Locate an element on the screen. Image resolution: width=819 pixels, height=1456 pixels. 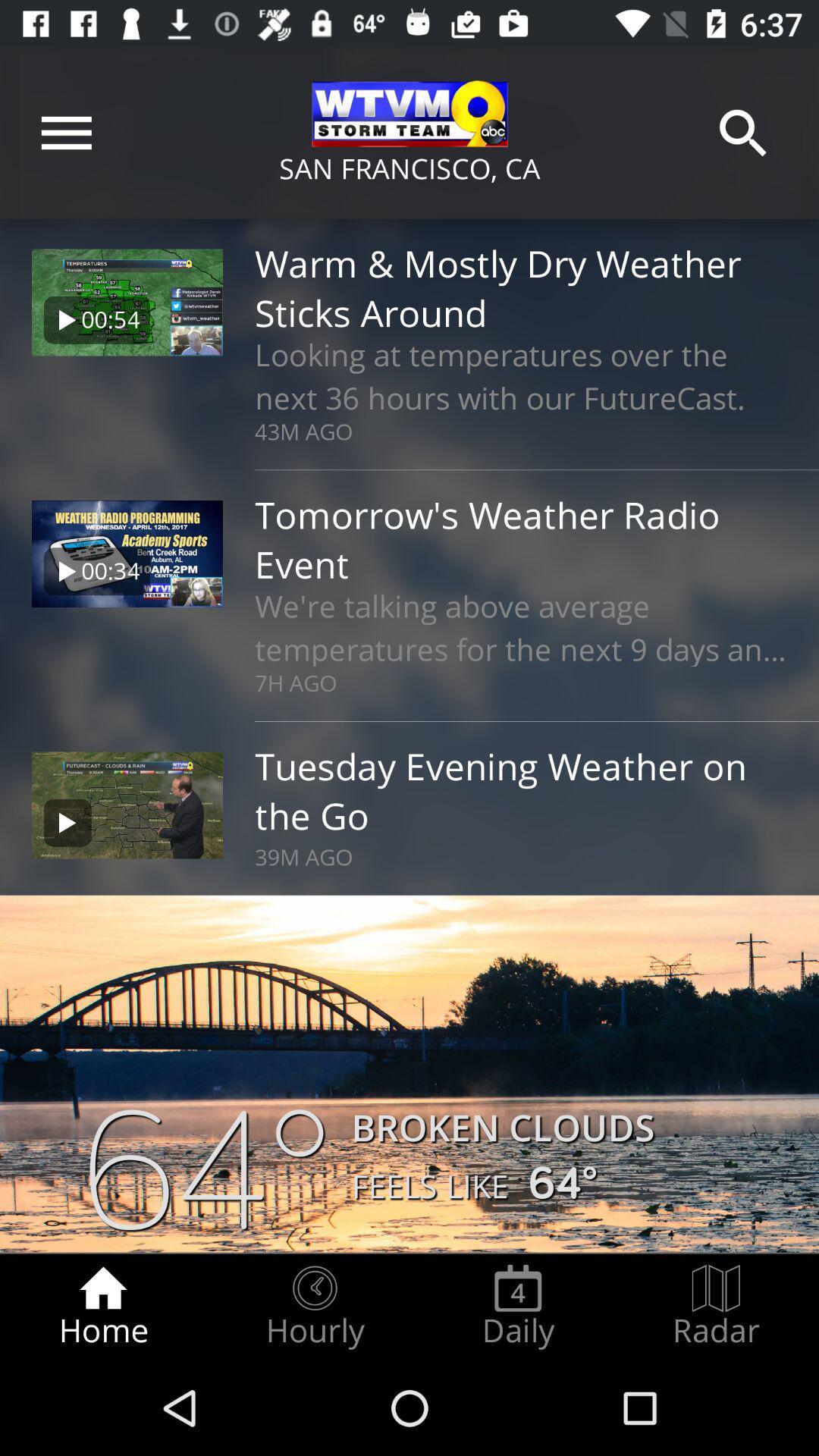
radio button to the left of the hourly is located at coordinates (102, 1306).